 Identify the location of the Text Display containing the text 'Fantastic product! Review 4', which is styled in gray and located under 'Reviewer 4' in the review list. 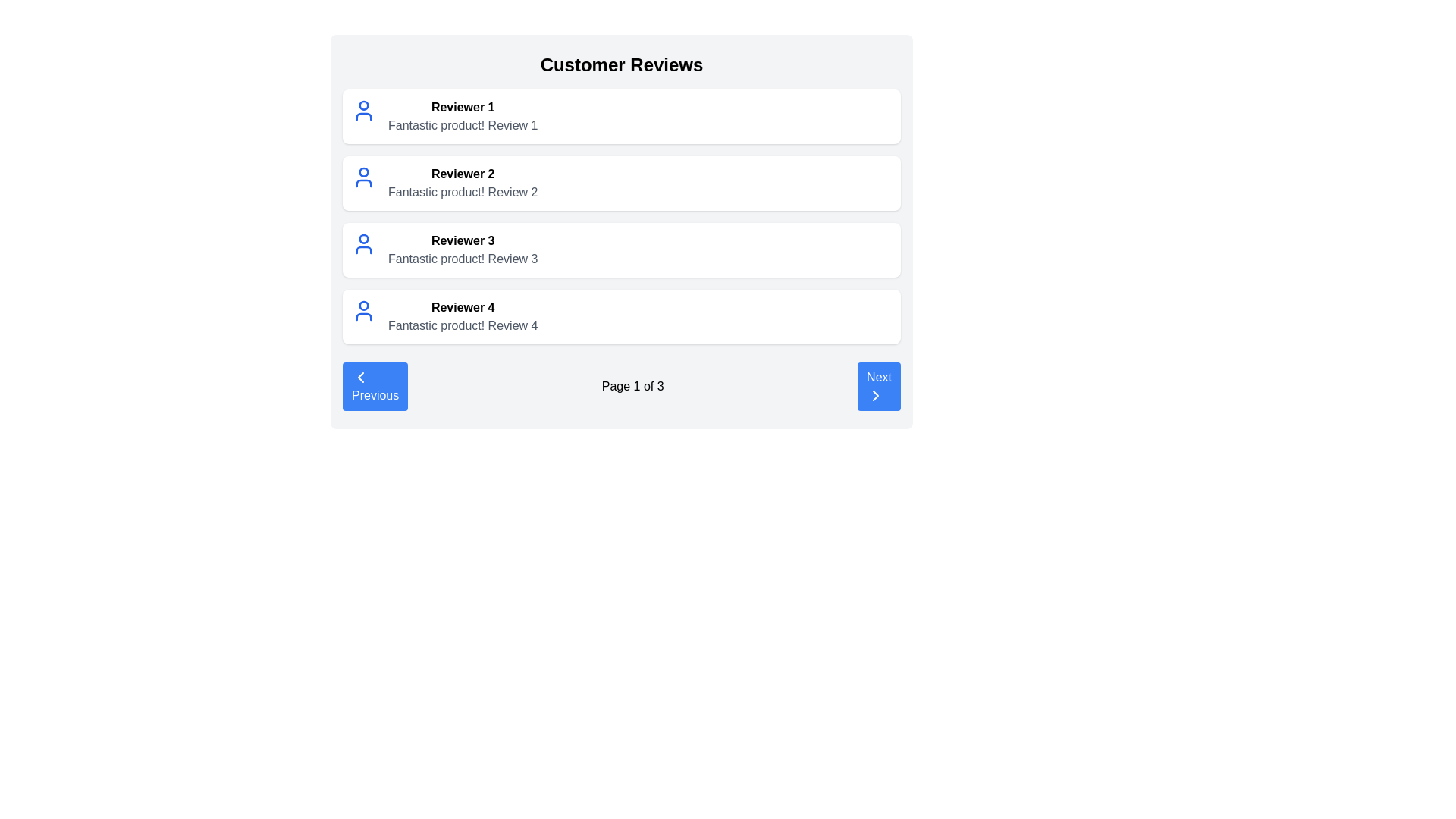
(462, 325).